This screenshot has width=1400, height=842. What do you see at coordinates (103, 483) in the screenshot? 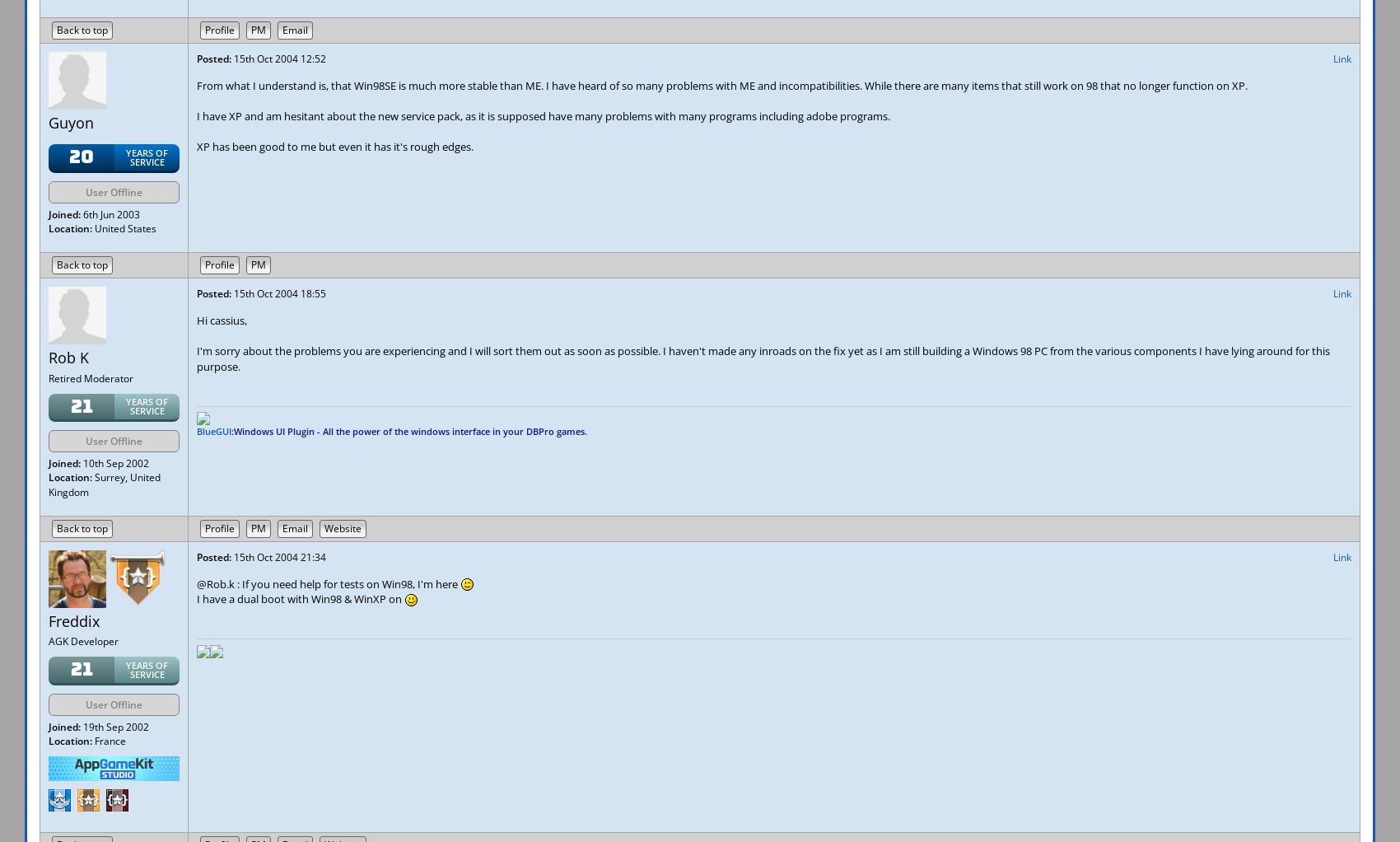
I see `'Surrey, United Kingdom'` at bounding box center [103, 483].